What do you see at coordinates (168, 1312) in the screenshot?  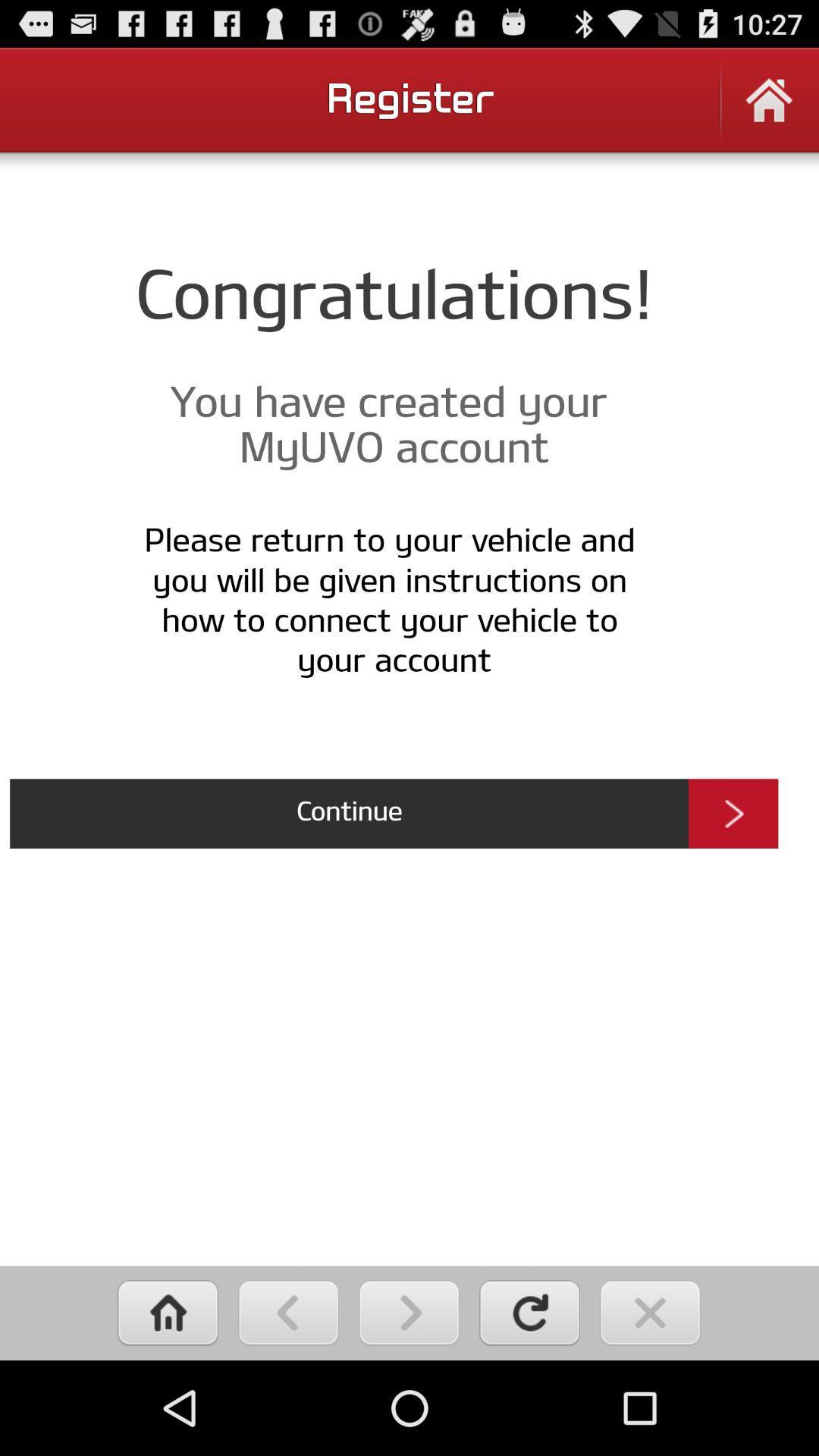 I see `home button` at bounding box center [168, 1312].